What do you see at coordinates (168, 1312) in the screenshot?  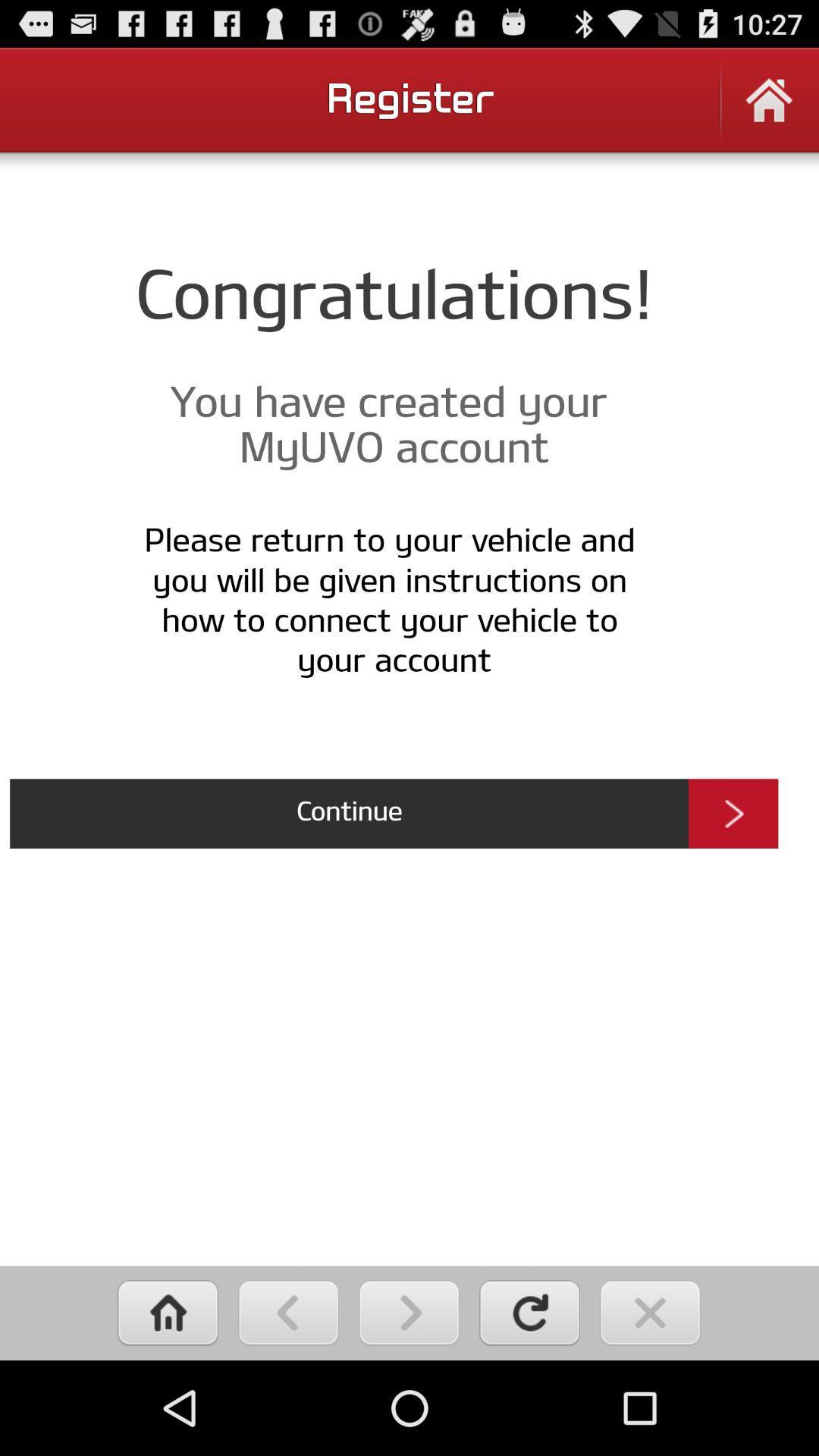 I see `home button` at bounding box center [168, 1312].